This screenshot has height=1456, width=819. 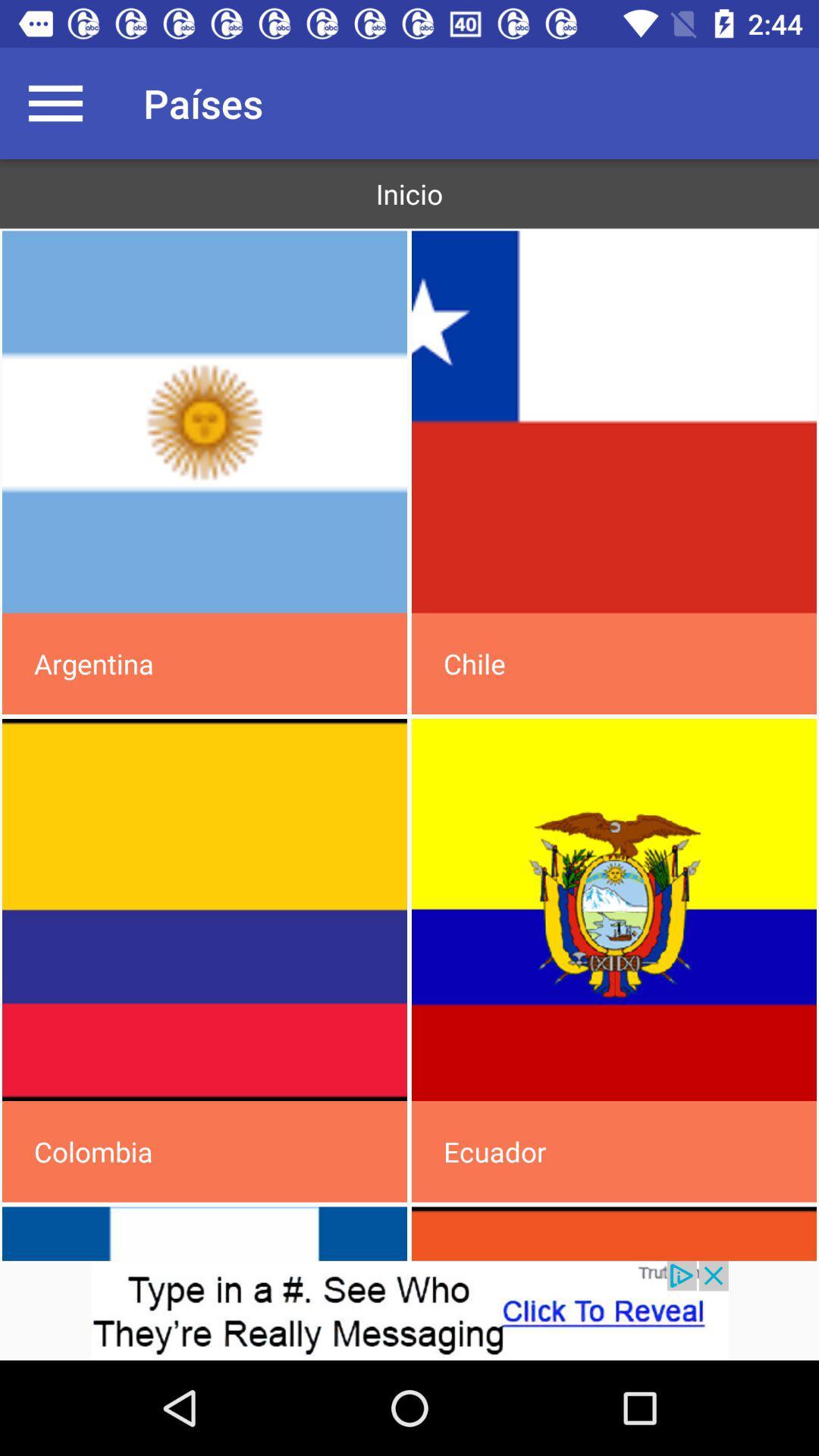 I want to click on advertising bar, so click(x=409, y=1310).